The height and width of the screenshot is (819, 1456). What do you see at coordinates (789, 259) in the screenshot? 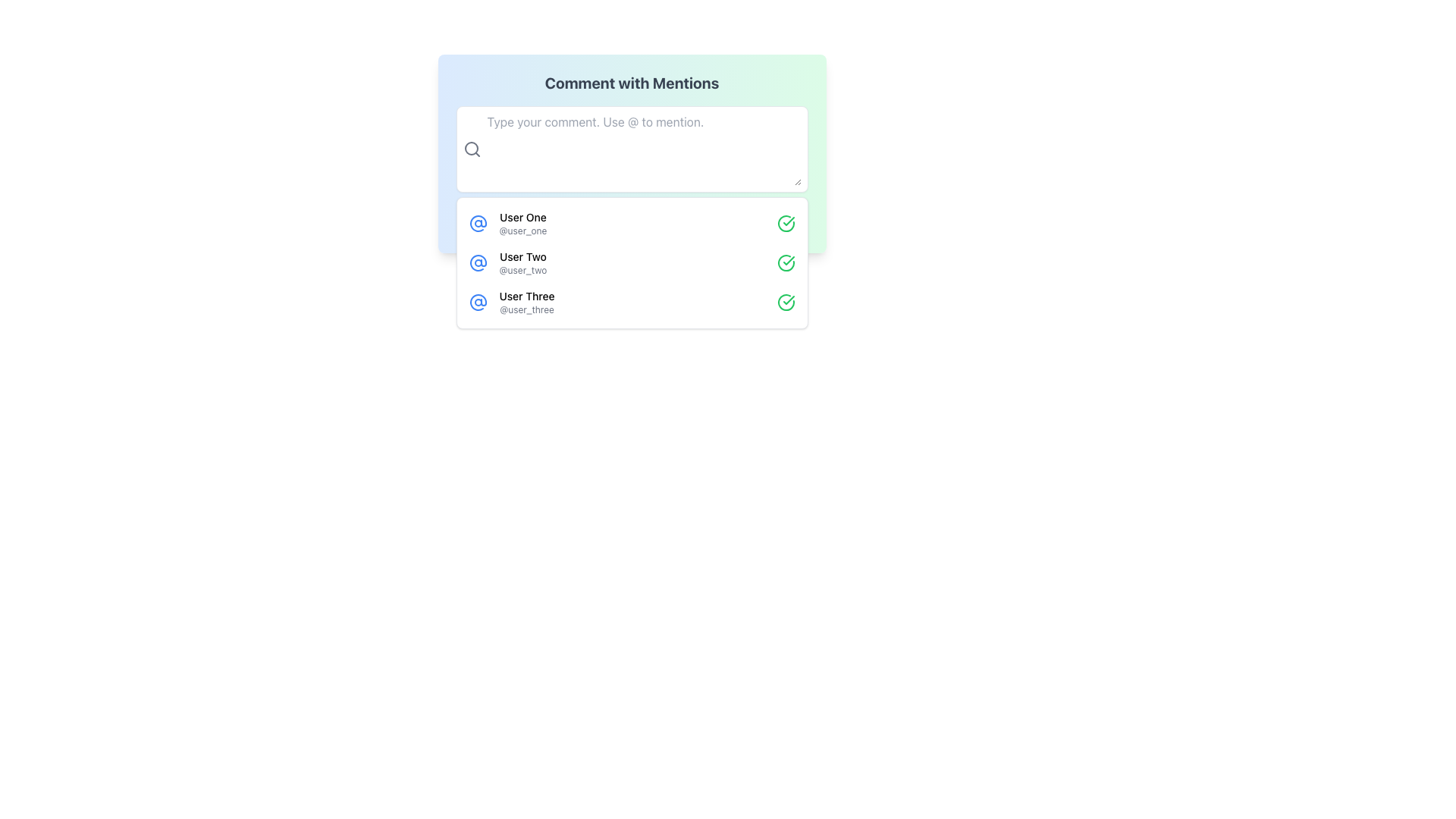
I see `the verification status icon, which is a green checkmark inside a circle, located adjacent to the second user's entry in the vertical list` at bounding box center [789, 259].